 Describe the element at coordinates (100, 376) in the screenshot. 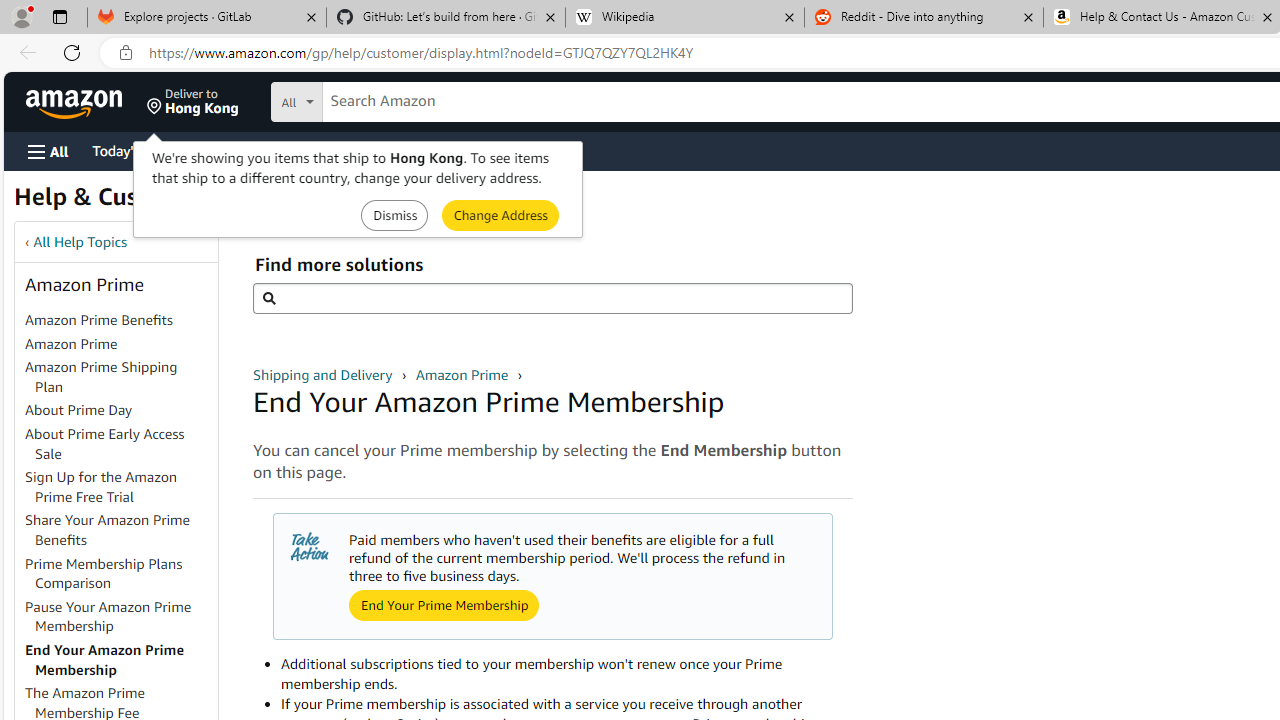

I see `'Amazon Prime Shipping Plan'` at that location.